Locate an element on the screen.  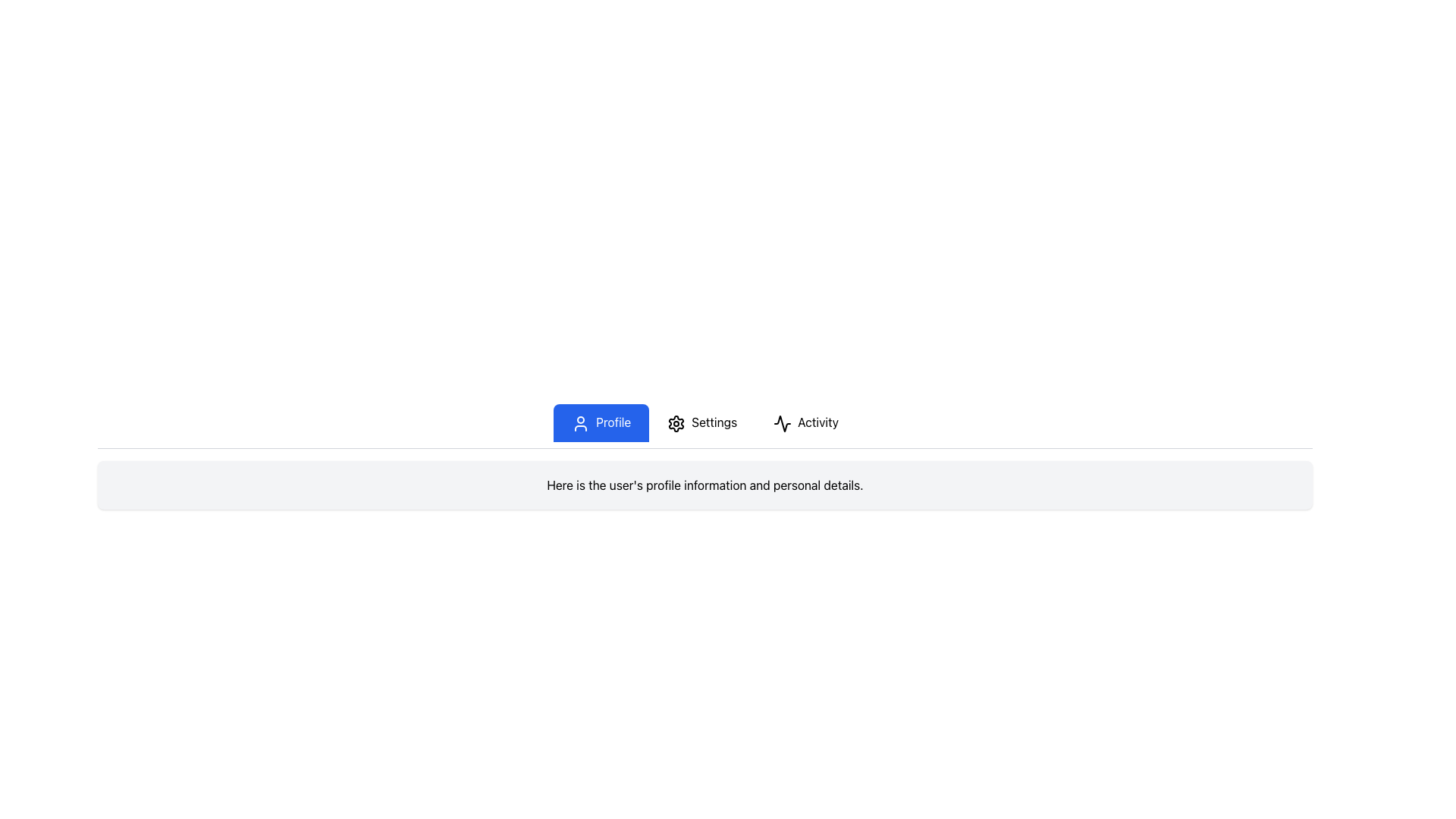
the visual design of the decorative icon located adjacent to the 'Activity' text in the navigation row of the 'Activity' tab is located at coordinates (783, 423).